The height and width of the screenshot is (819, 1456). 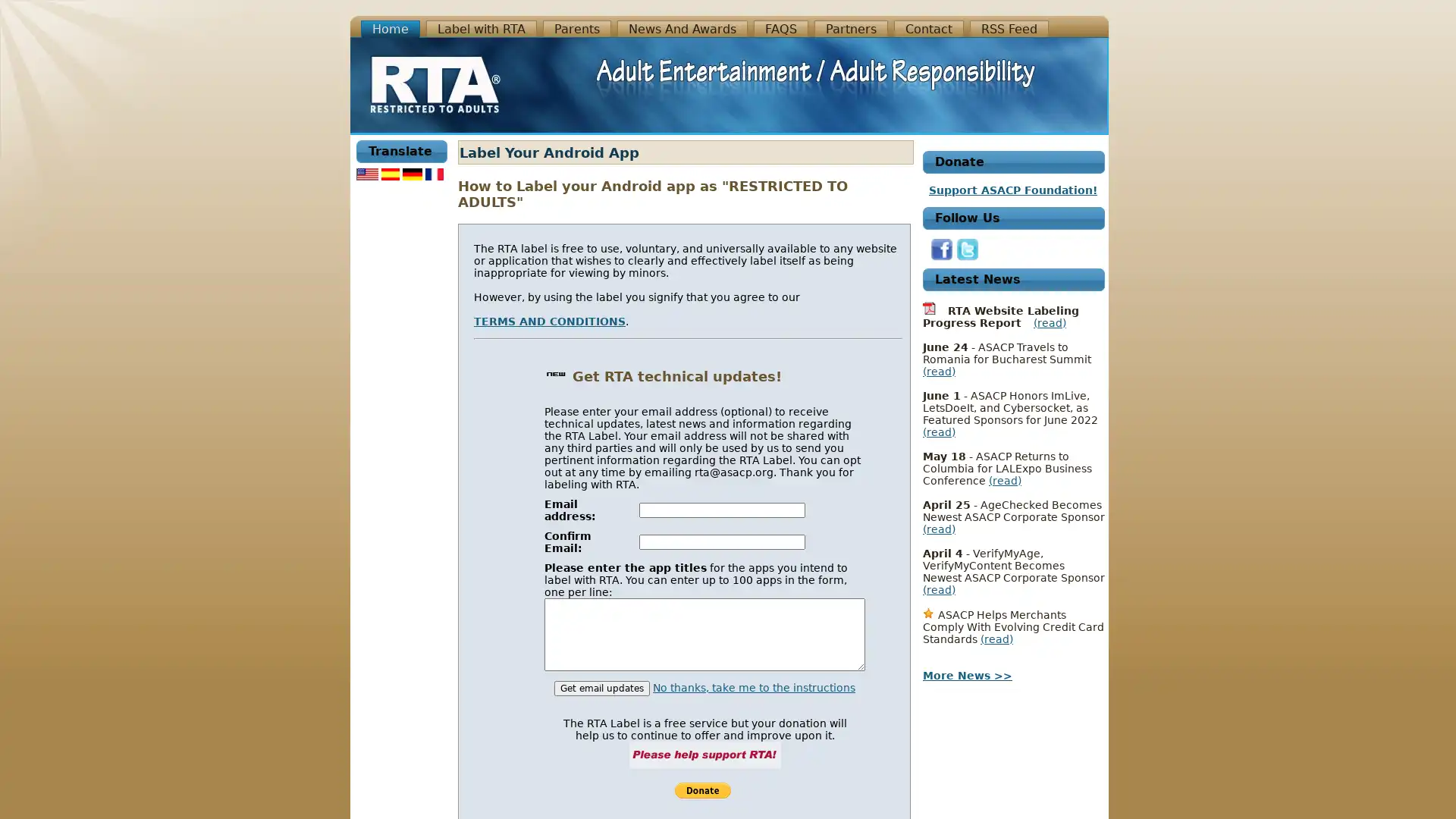 What do you see at coordinates (601, 688) in the screenshot?
I see `Get email updates` at bounding box center [601, 688].